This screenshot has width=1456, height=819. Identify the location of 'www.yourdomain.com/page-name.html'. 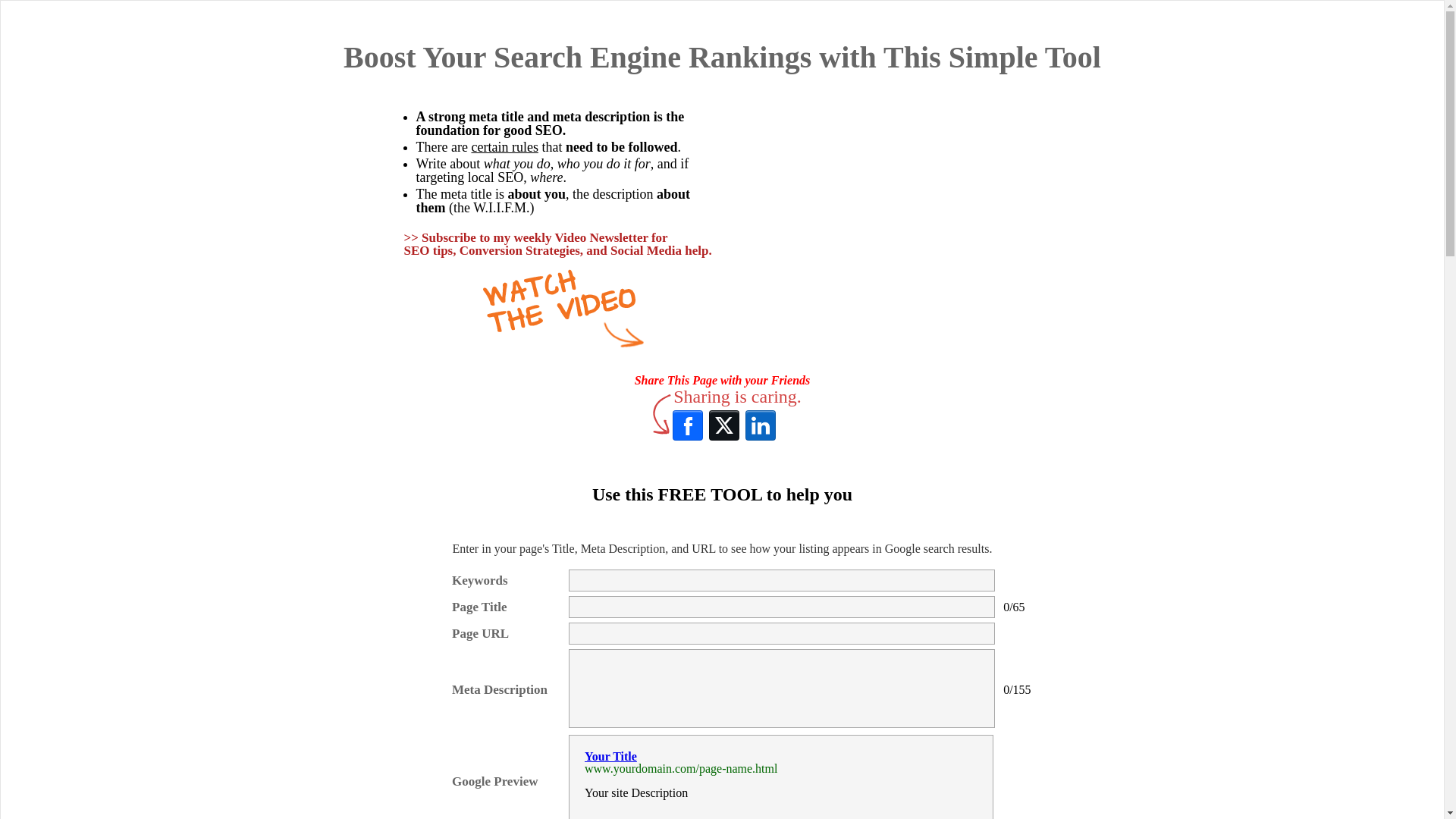
(679, 768).